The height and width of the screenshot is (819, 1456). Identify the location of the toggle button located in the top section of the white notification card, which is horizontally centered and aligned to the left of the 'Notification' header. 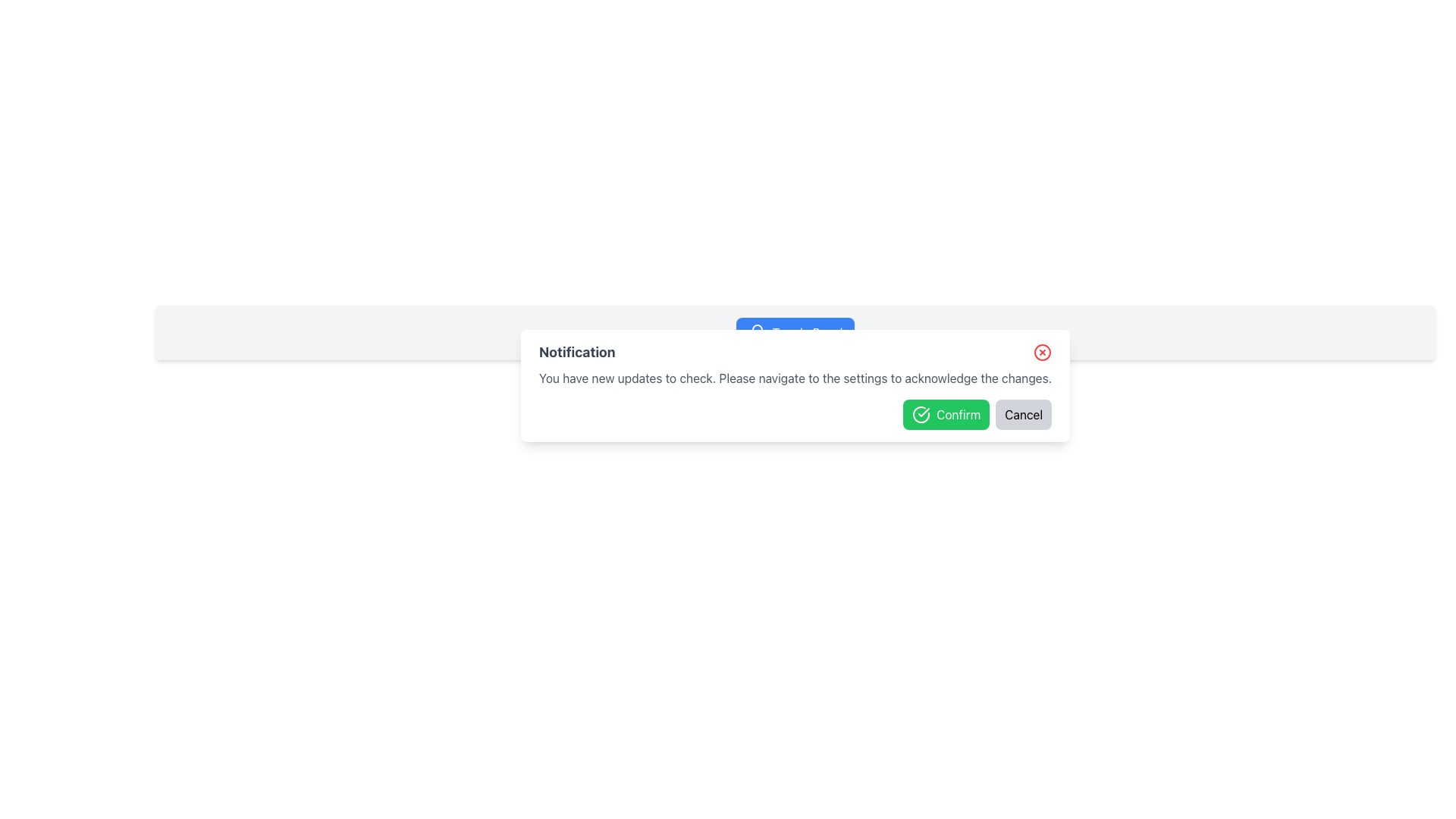
(794, 332).